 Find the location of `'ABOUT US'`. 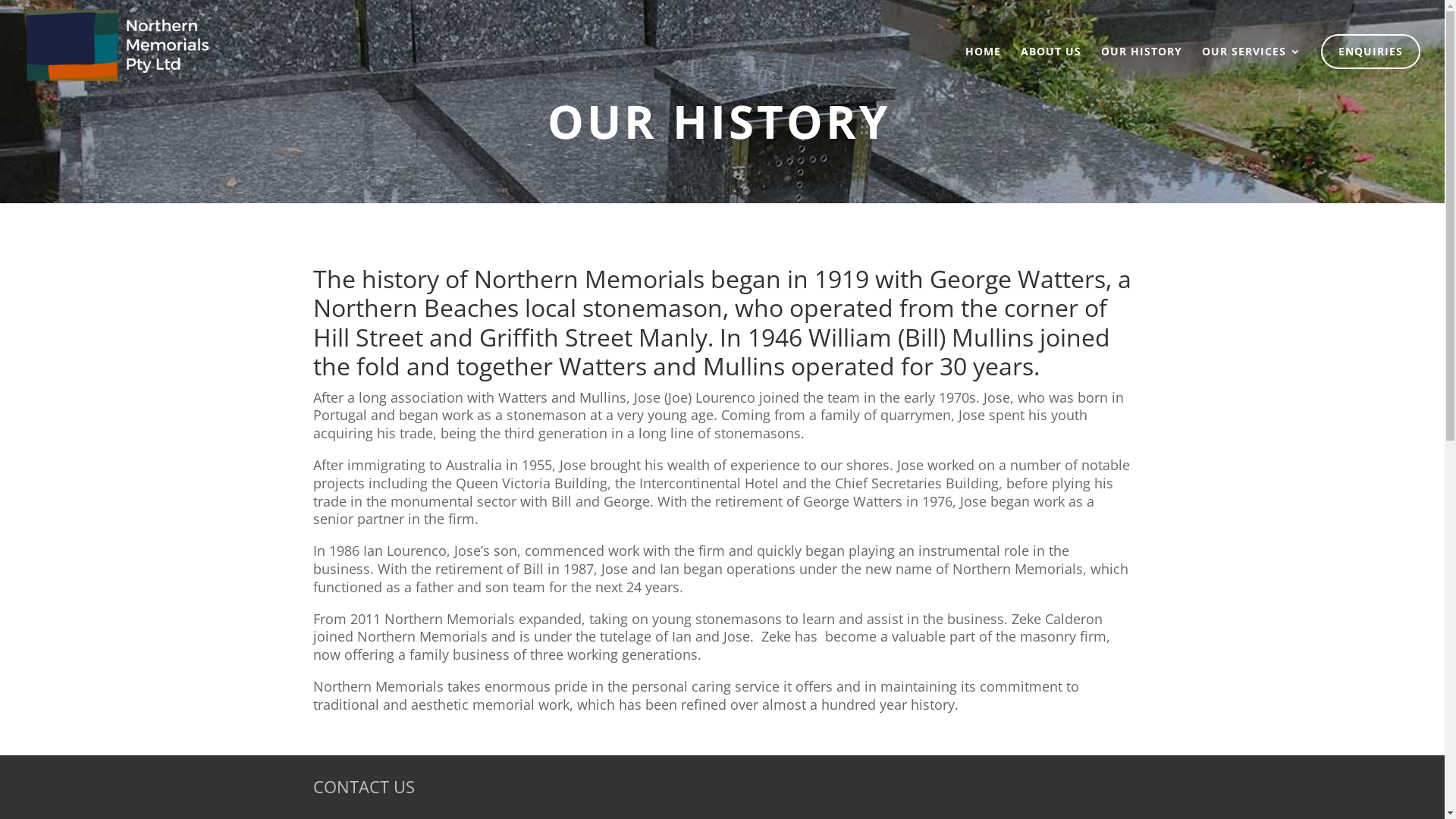

'ABOUT US' is located at coordinates (1050, 68).